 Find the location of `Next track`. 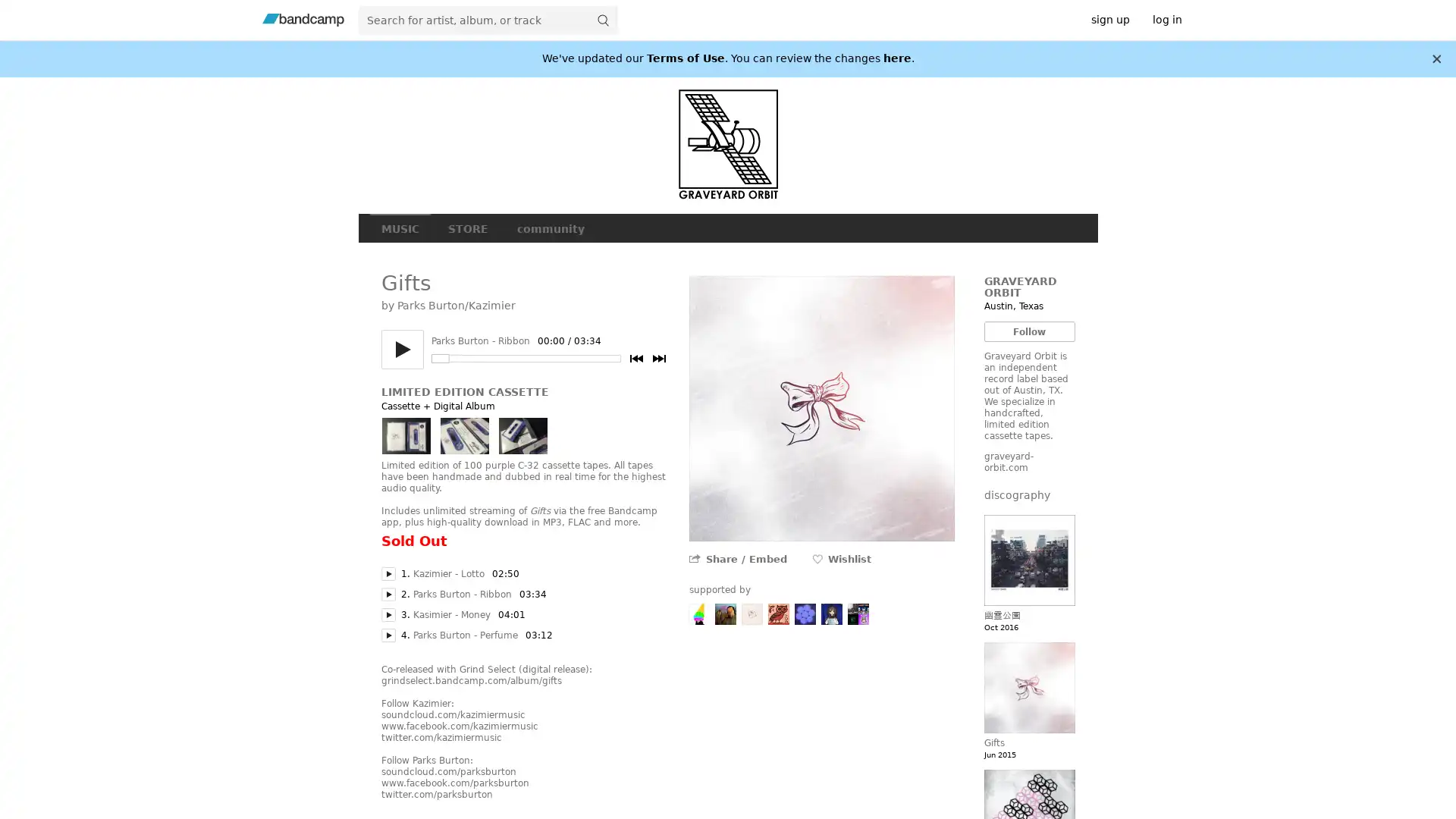

Next track is located at coordinates (658, 359).